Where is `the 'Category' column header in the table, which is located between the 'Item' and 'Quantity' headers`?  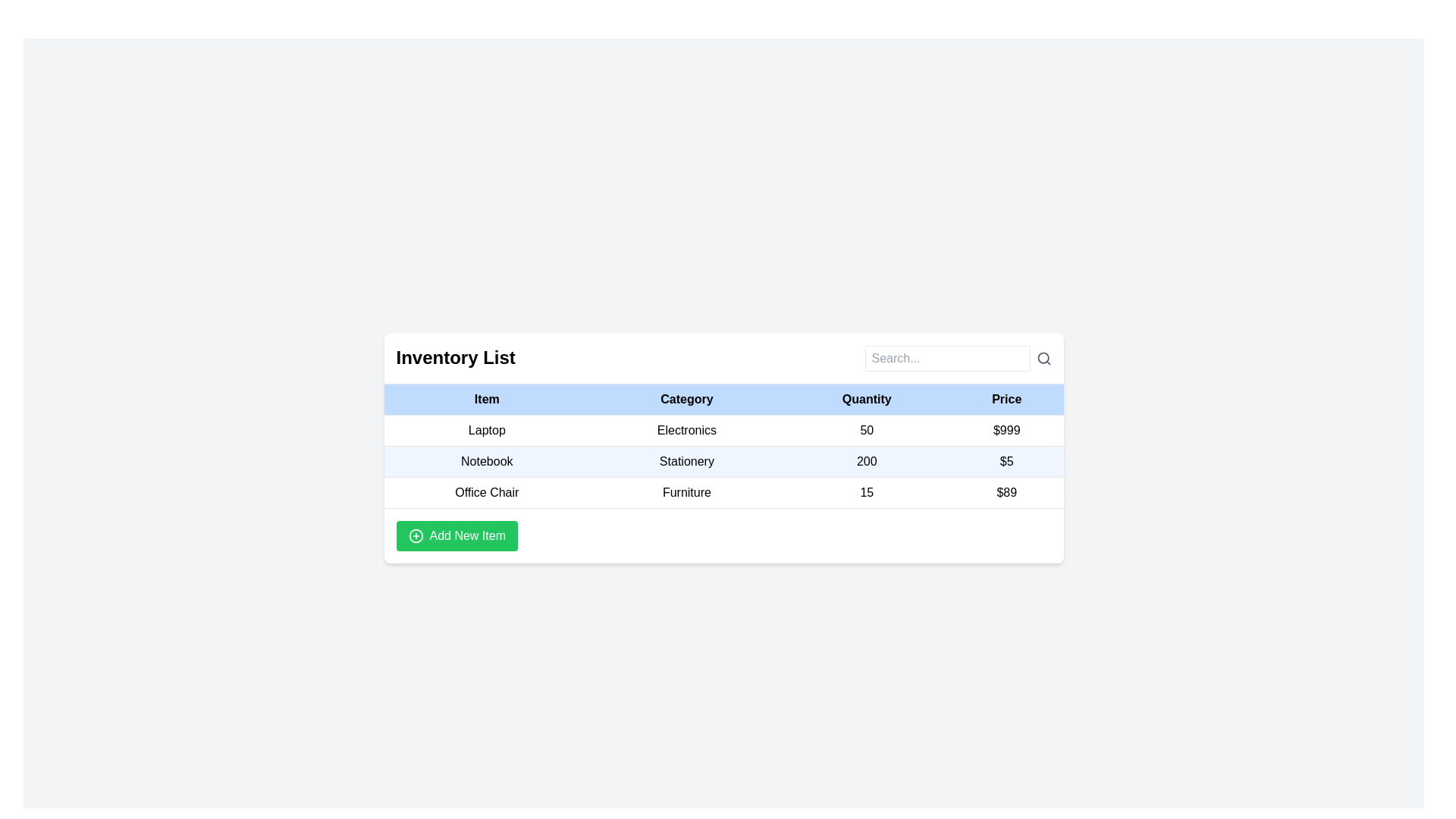
the 'Category' column header in the table, which is located between the 'Item' and 'Quantity' headers is located at coordinates (686, 398).